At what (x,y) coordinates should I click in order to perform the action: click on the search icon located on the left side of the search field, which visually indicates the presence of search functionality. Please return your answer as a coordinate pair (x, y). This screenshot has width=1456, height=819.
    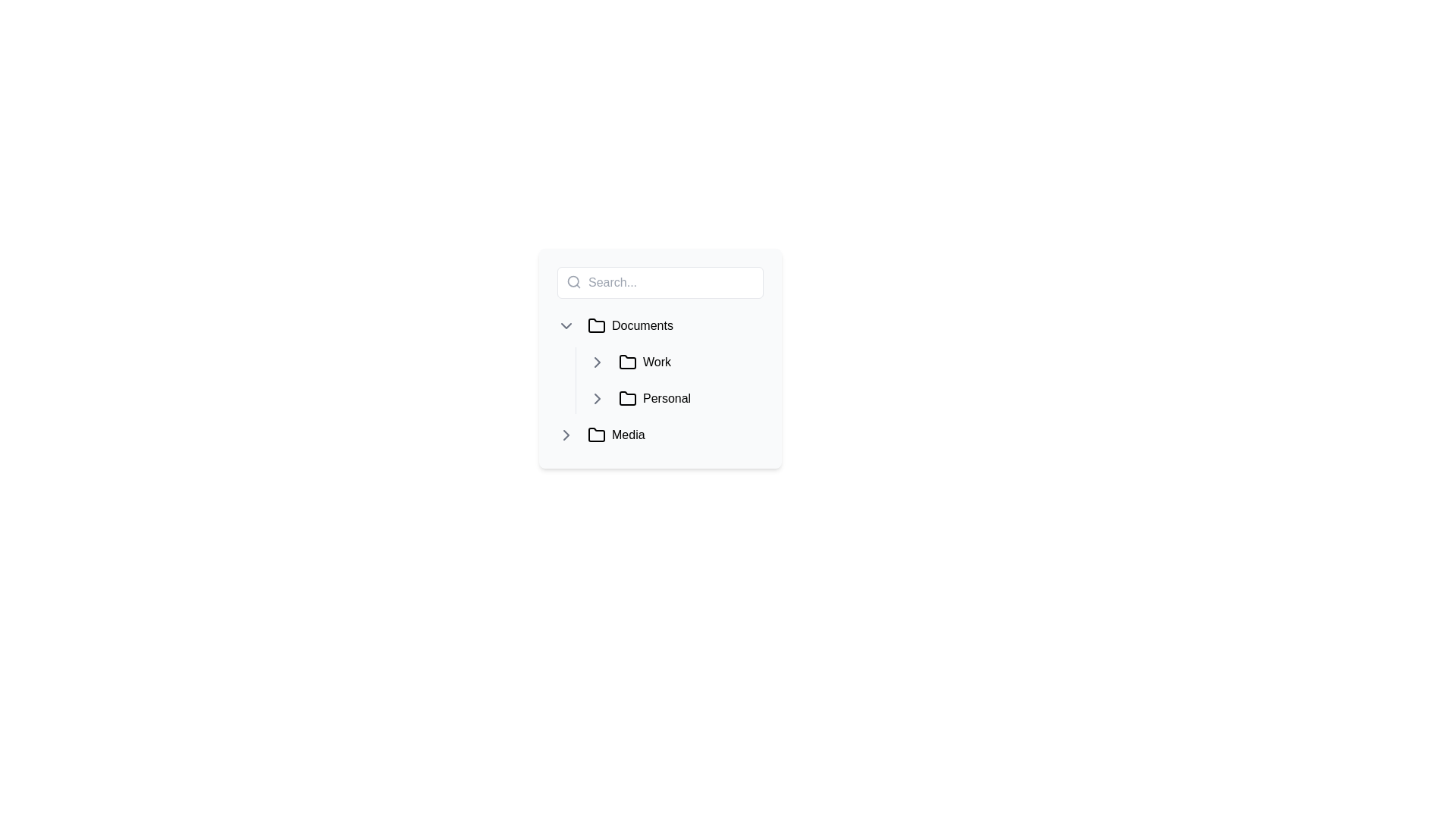
    Looking at the image, I should click on (573, 281).